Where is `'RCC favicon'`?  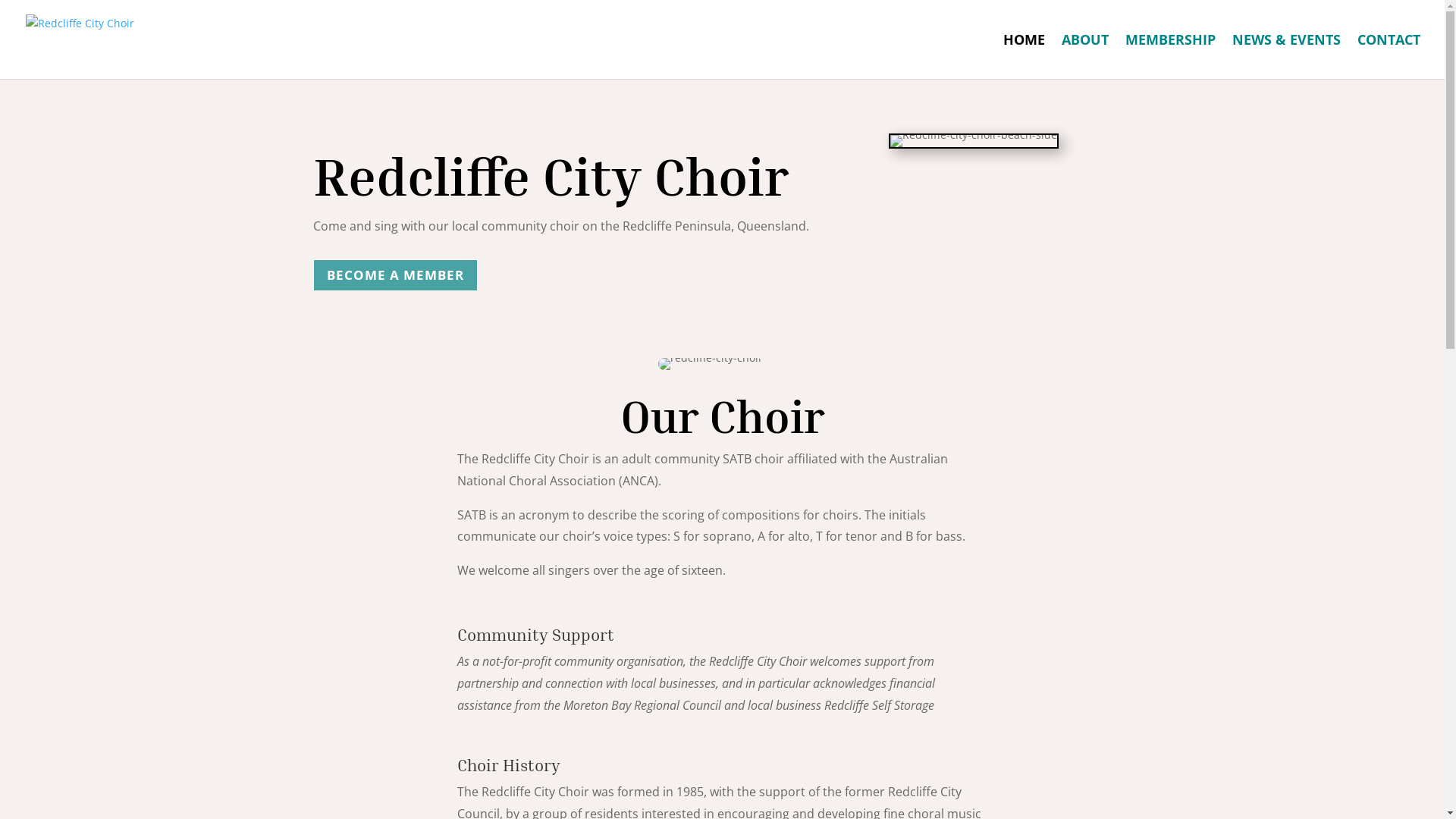
'RCC favicon' is located at coordinates (709, 363).